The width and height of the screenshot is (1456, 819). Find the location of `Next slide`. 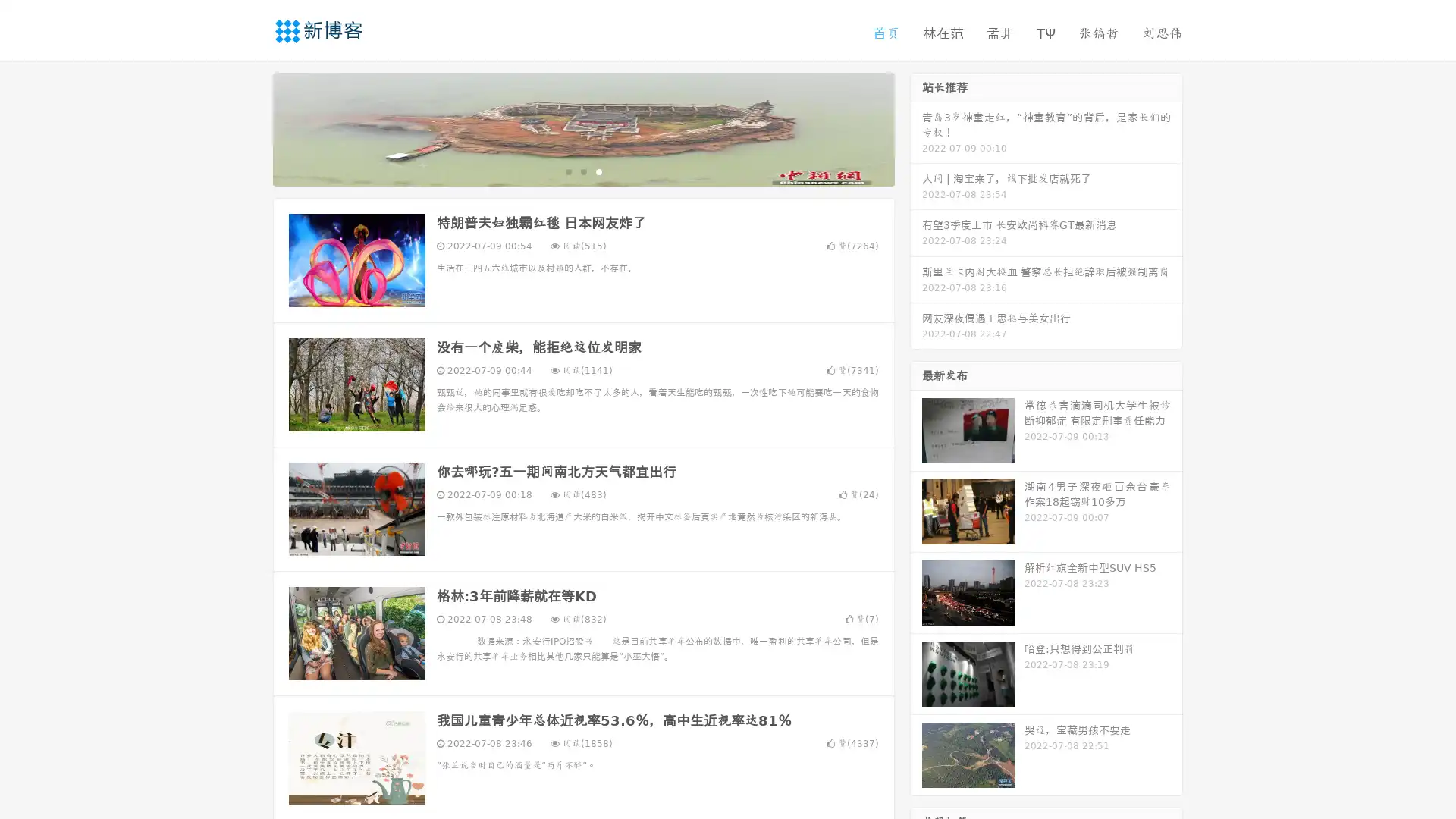

Next slide is located at coordinates (916, 127).